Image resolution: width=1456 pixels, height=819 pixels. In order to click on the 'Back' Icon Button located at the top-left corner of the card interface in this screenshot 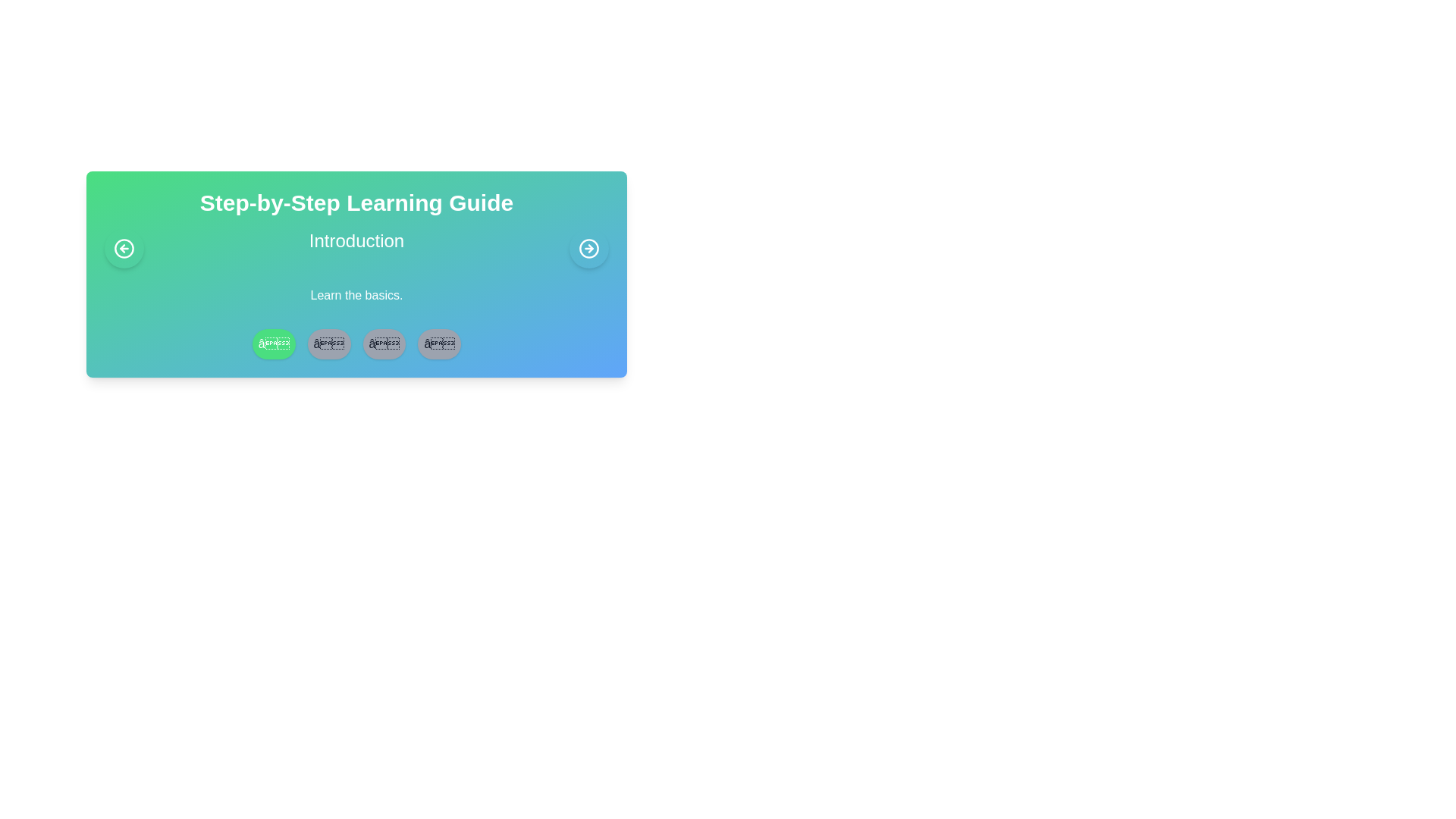, I will do `click(124, 247)`.